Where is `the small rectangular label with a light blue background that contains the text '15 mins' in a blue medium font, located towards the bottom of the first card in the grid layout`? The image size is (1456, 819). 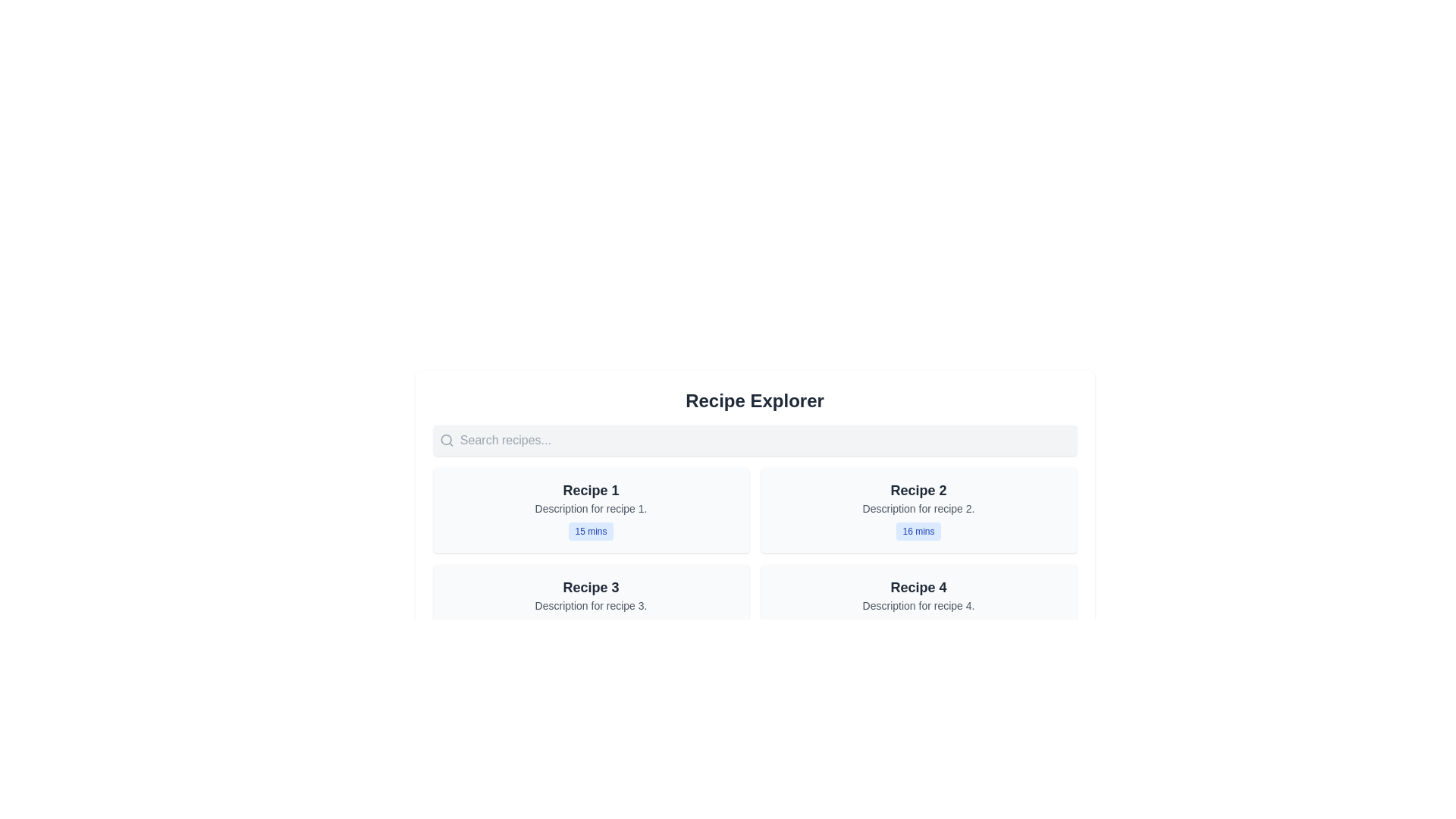 the small rectangular label with a light blue background that contains the text '15 mins' in a blue medium font, located towards the bottom of the first card in the grid layout is located at coordinates (590, 531).